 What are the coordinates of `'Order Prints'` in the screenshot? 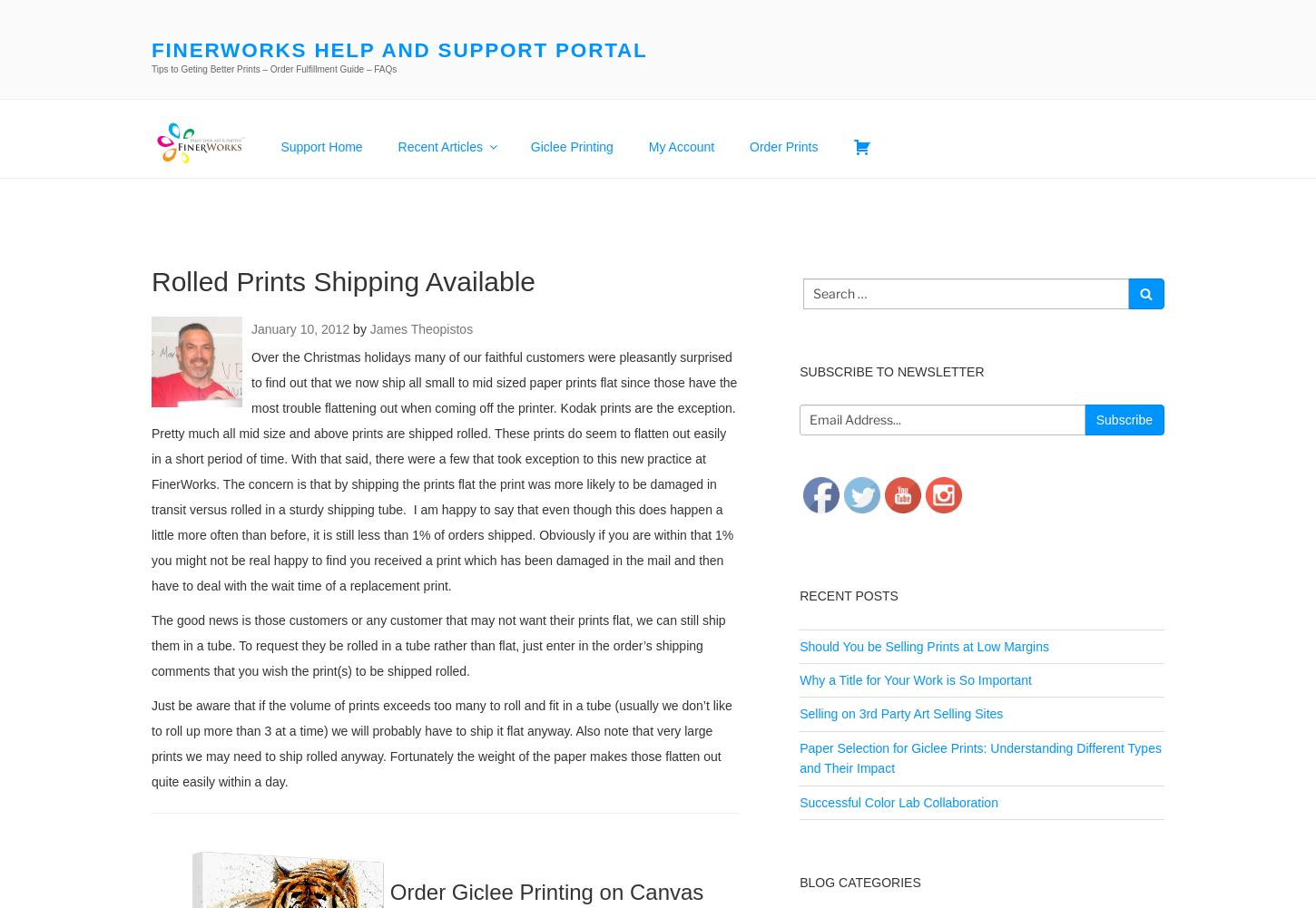 It's located at (782, 145).